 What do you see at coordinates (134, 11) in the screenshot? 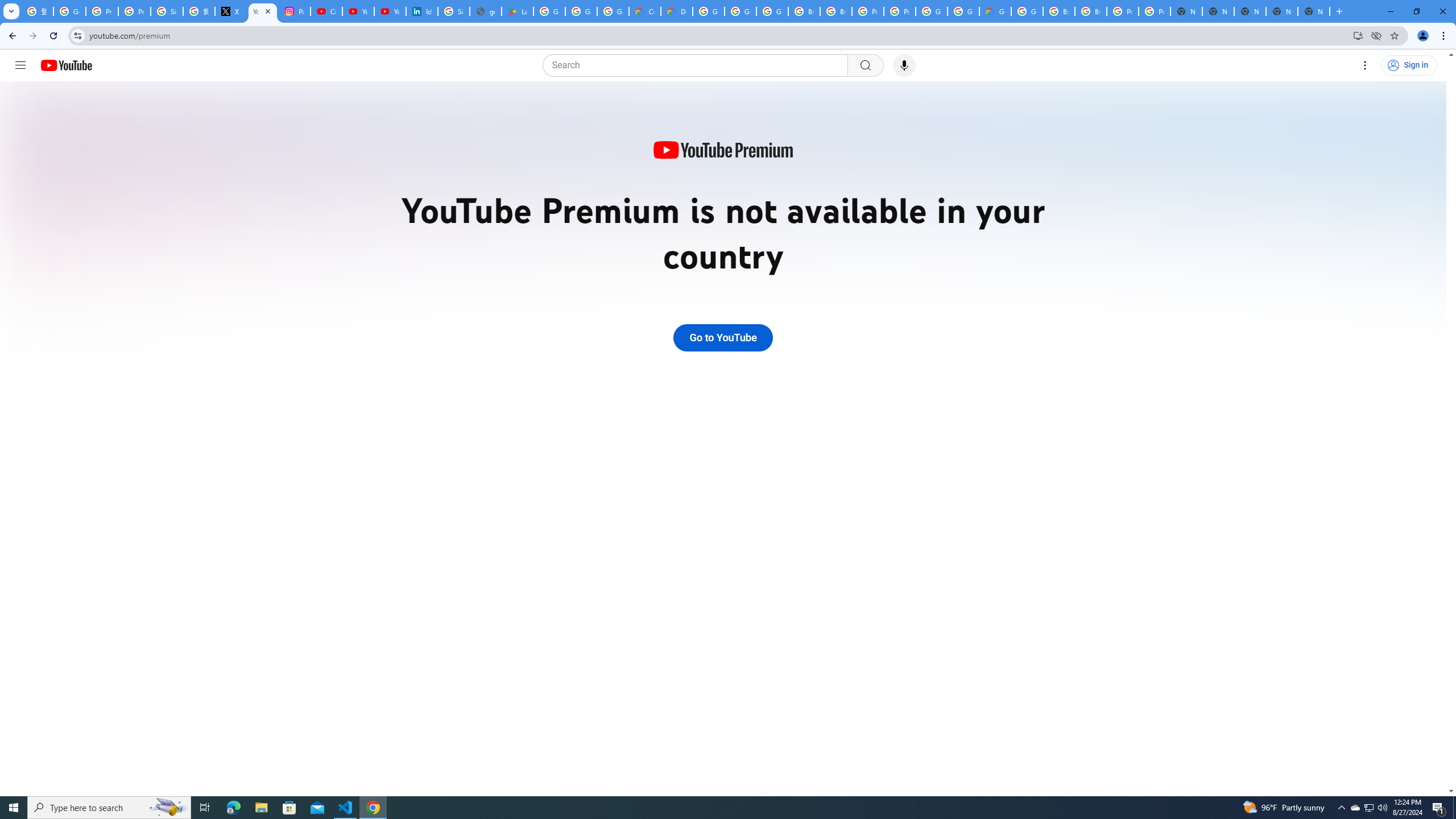
I see `'Privacy Help Center - Policies Help'` at bounding box center [134, 11].